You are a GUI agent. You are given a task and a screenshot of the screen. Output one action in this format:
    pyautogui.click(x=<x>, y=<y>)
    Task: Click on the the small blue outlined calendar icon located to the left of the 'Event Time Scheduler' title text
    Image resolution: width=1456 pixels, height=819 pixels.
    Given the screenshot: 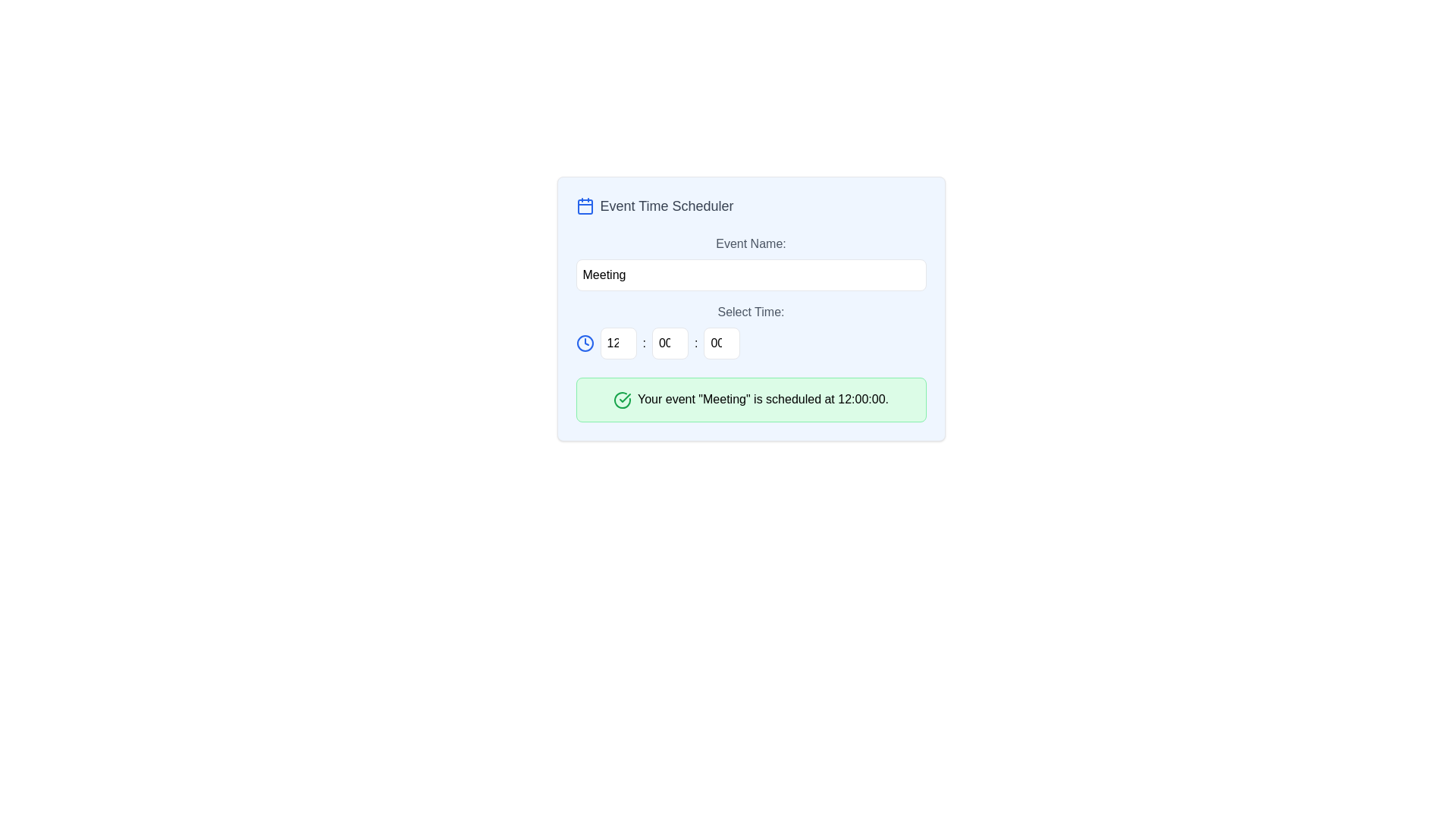 What is the action you would take?
    pyautogui.click(x=584, y=206)
    